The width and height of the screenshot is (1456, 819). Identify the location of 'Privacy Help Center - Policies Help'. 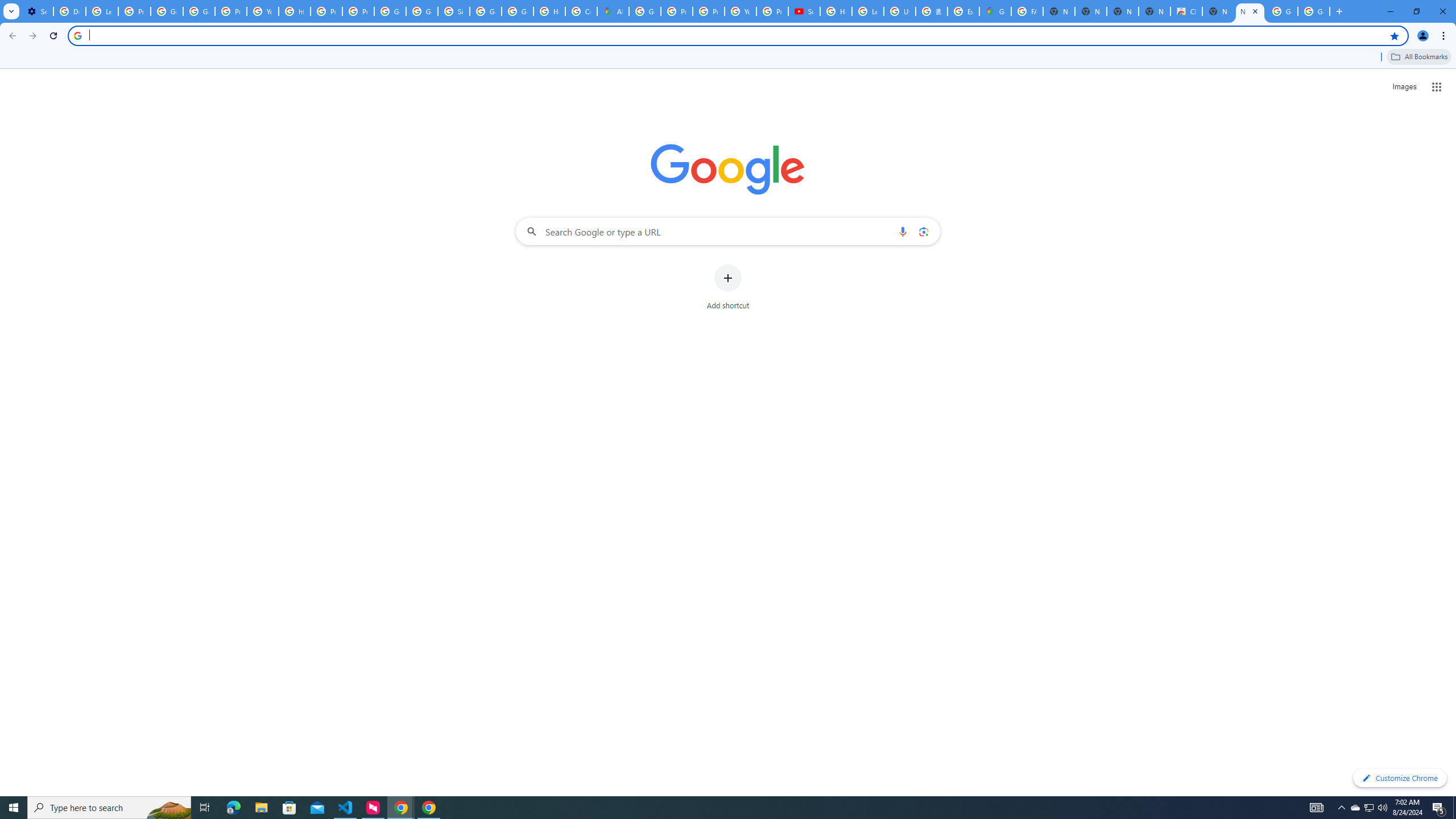
(676, 11).